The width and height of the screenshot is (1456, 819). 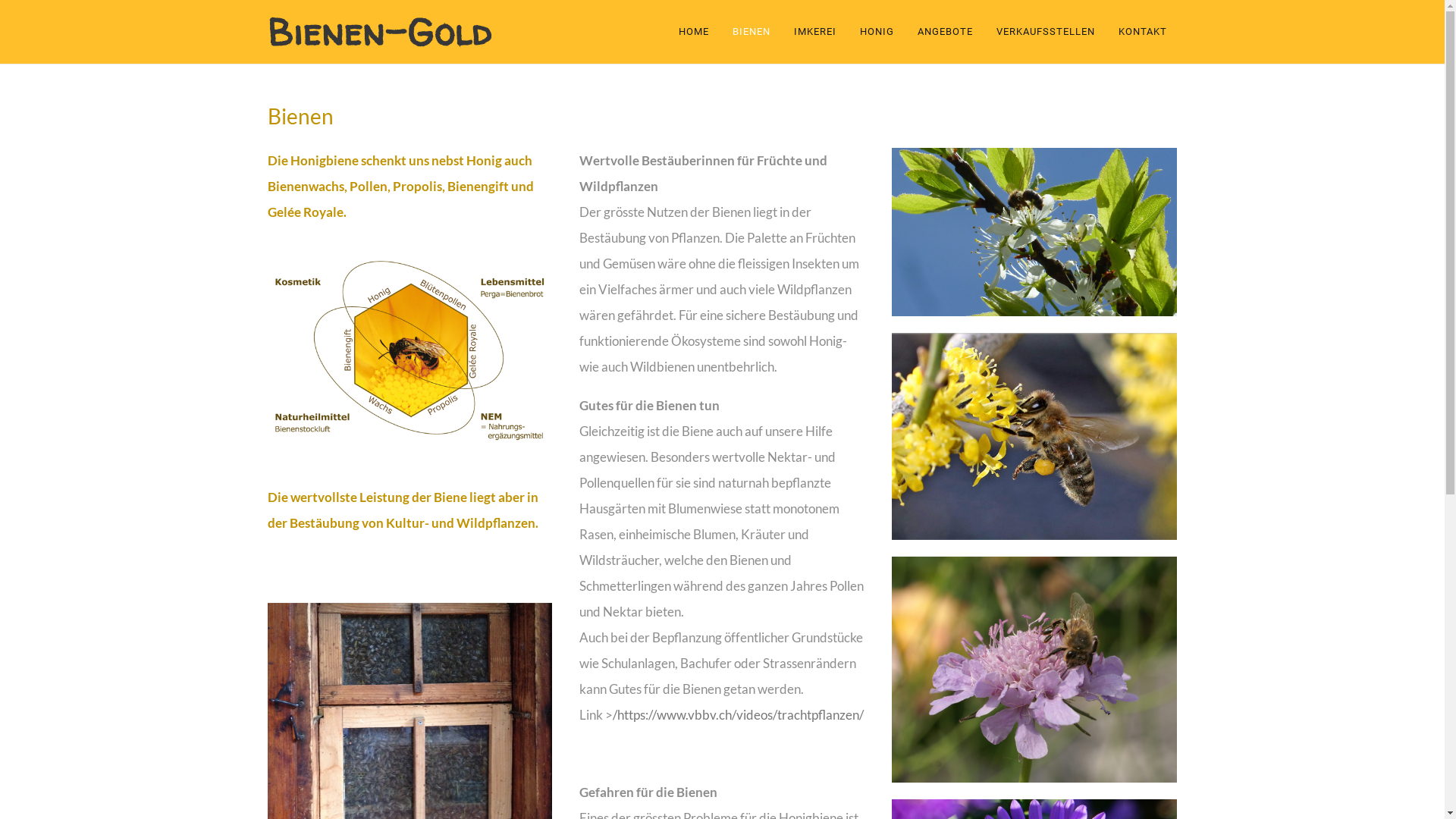 I want to click on 'KONTAKT', so click(x=1142, y=32).